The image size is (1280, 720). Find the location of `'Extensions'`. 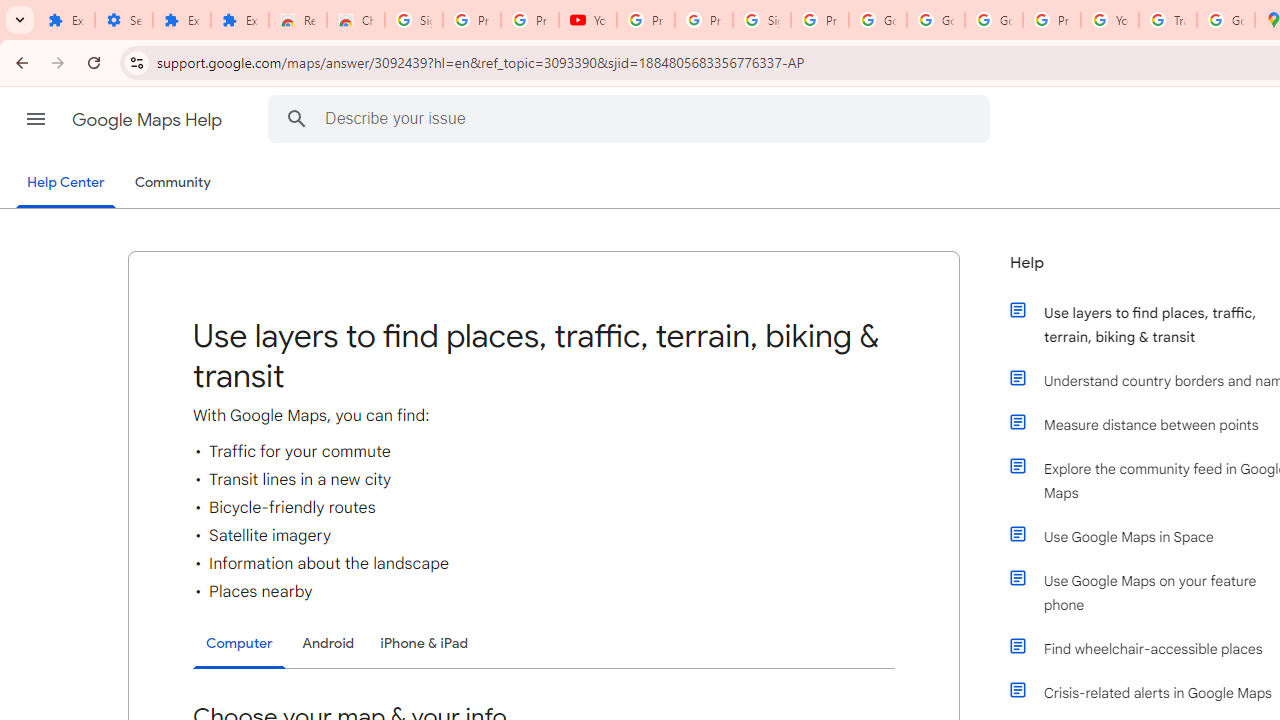

'Extensions' is located at coordinates (65, 20).